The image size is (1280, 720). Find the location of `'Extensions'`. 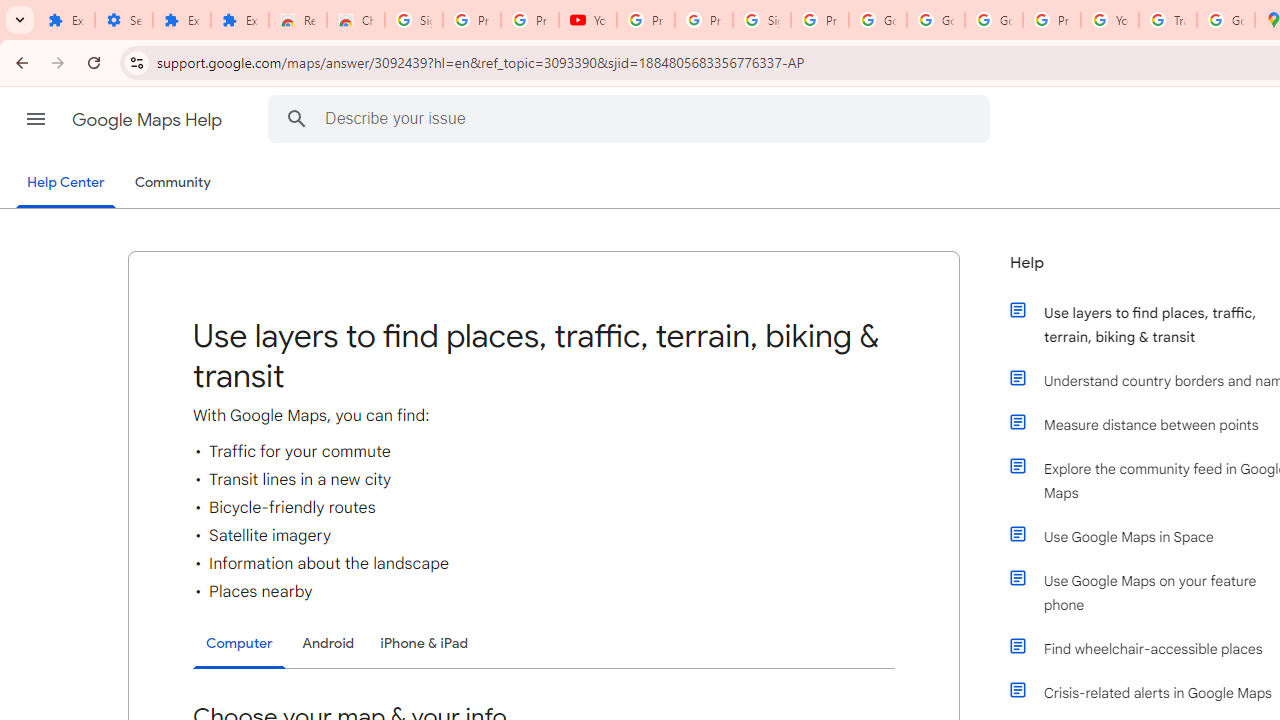

'Extensions' is located at coordinates (65, 20).